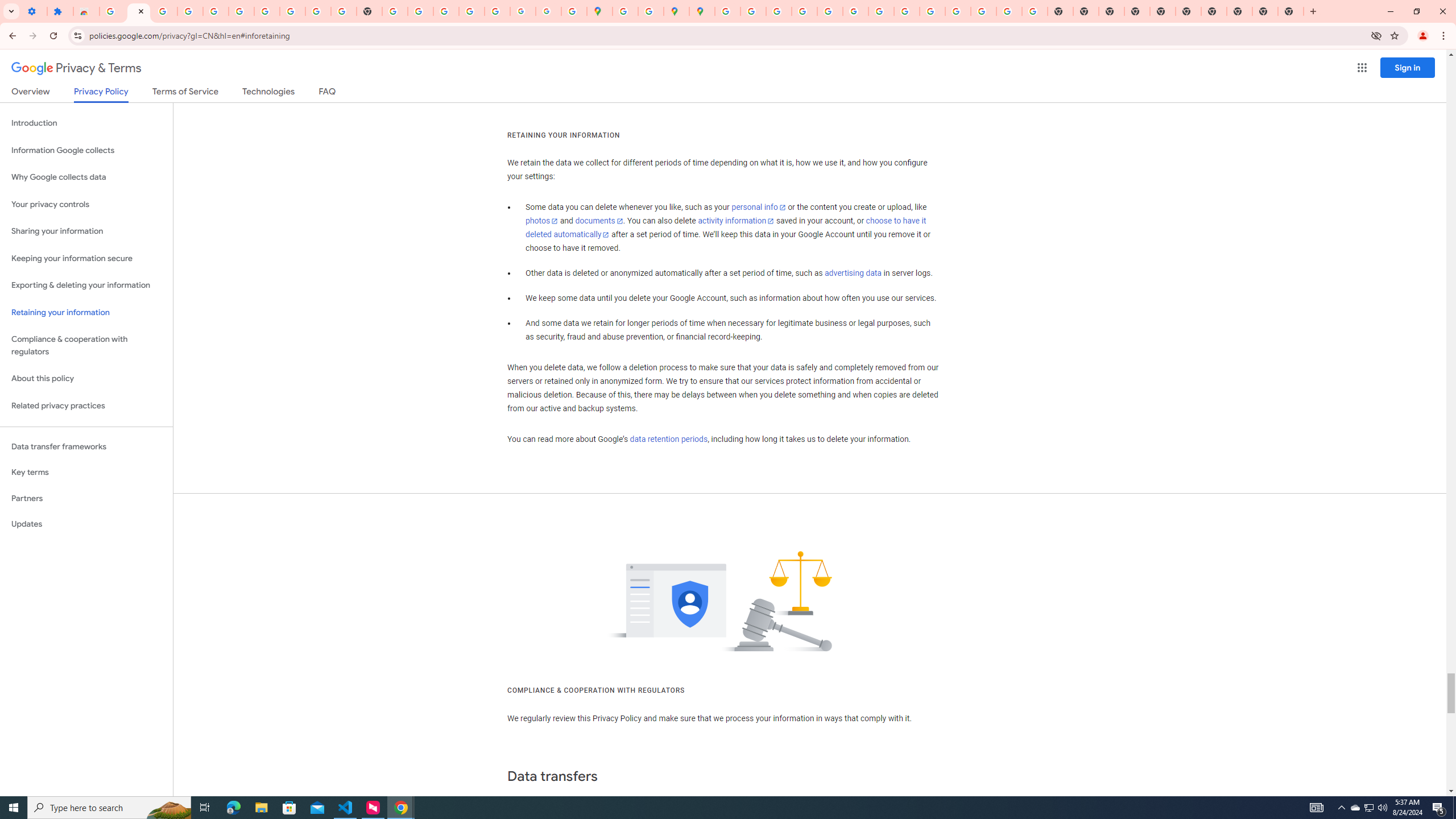  What do you see at coordinates (598, 220) in the screenshot?
I see `'documents'` at bounding box center [598, 220].